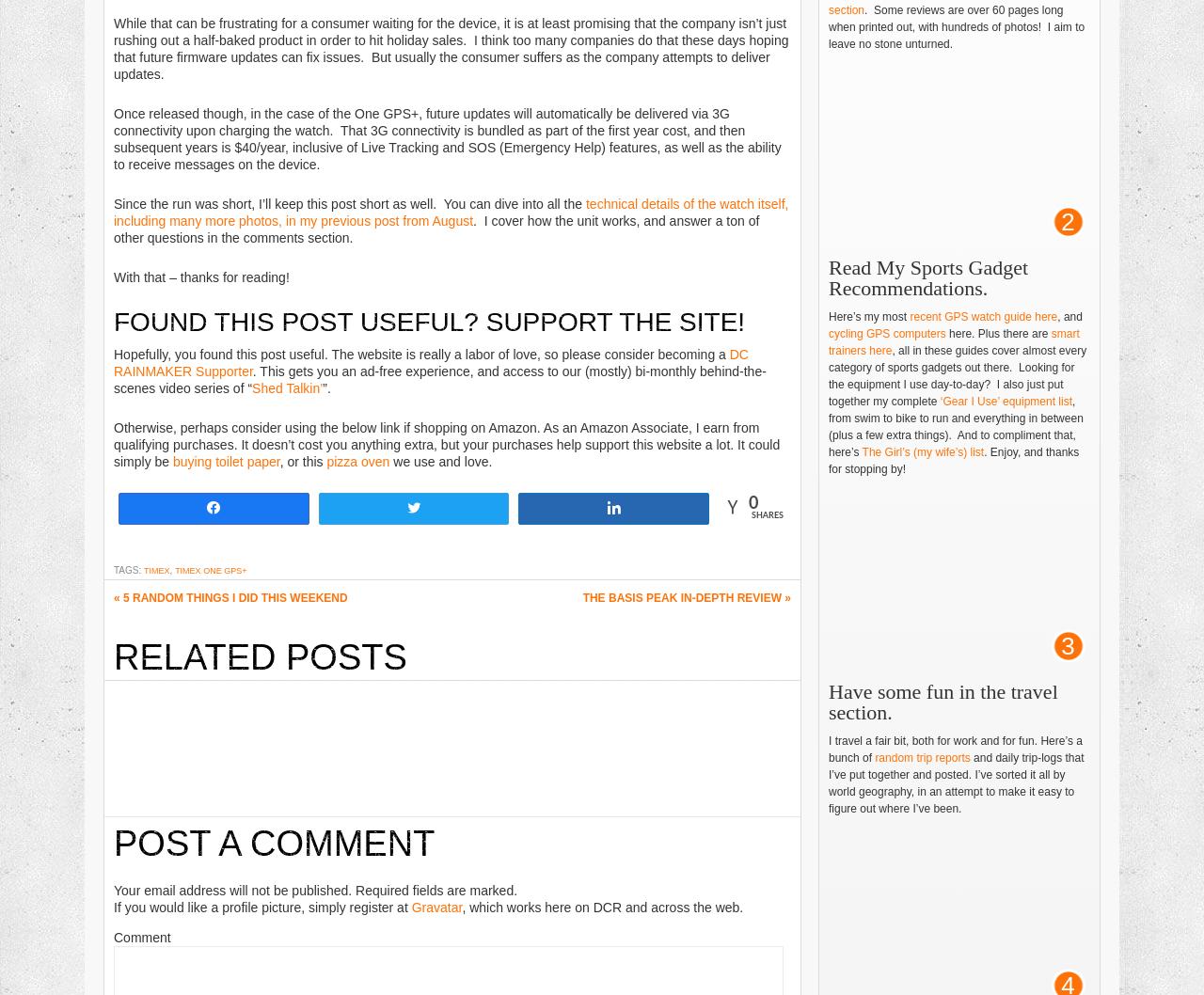 The image size is (1204, 995). Describe the element at coordinates (357, 459) in the screenshot. I see `'pizza oven'` at that location.